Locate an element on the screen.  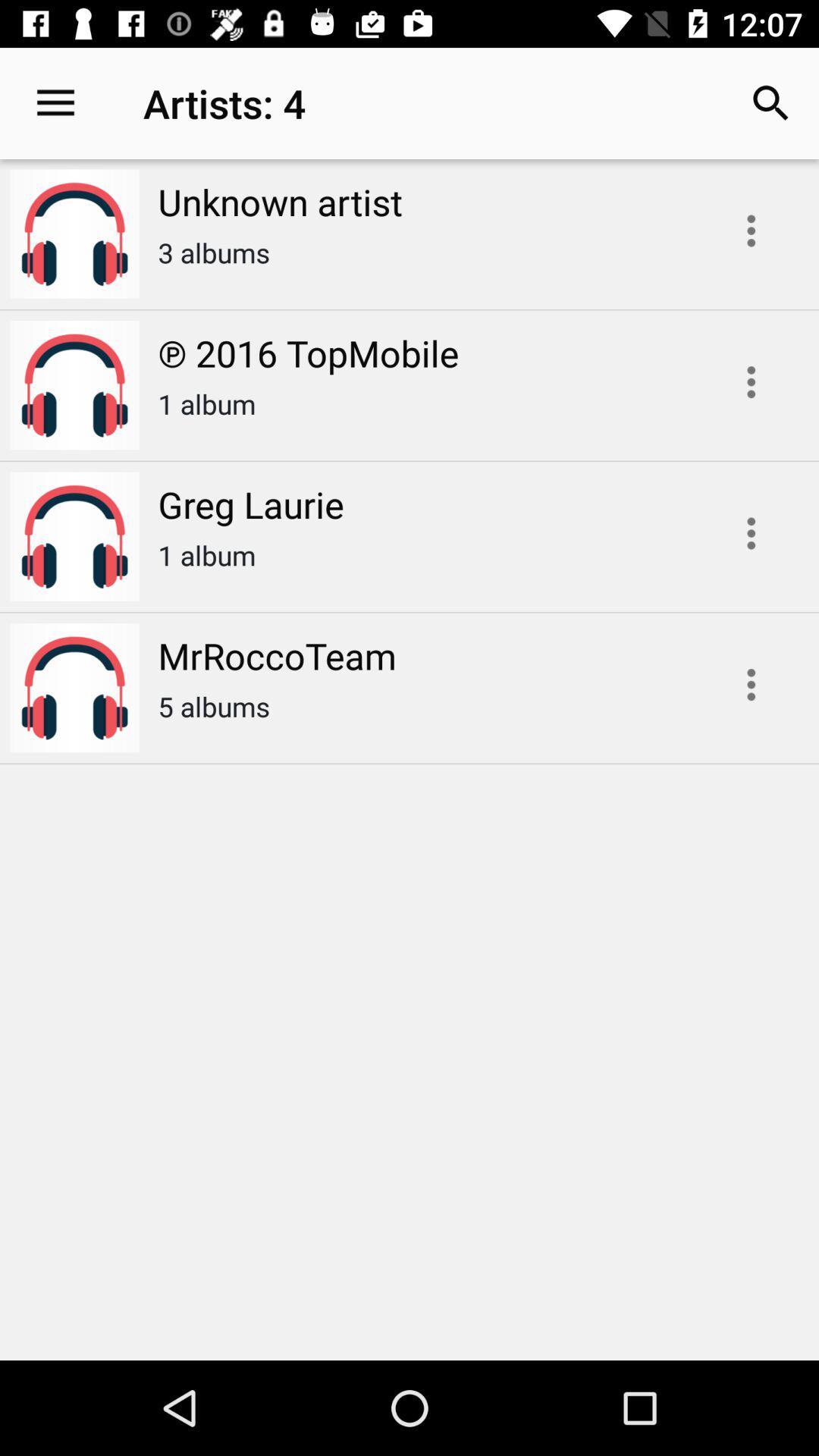
icon next to the unknown artist is located at coordinates (55, 102).